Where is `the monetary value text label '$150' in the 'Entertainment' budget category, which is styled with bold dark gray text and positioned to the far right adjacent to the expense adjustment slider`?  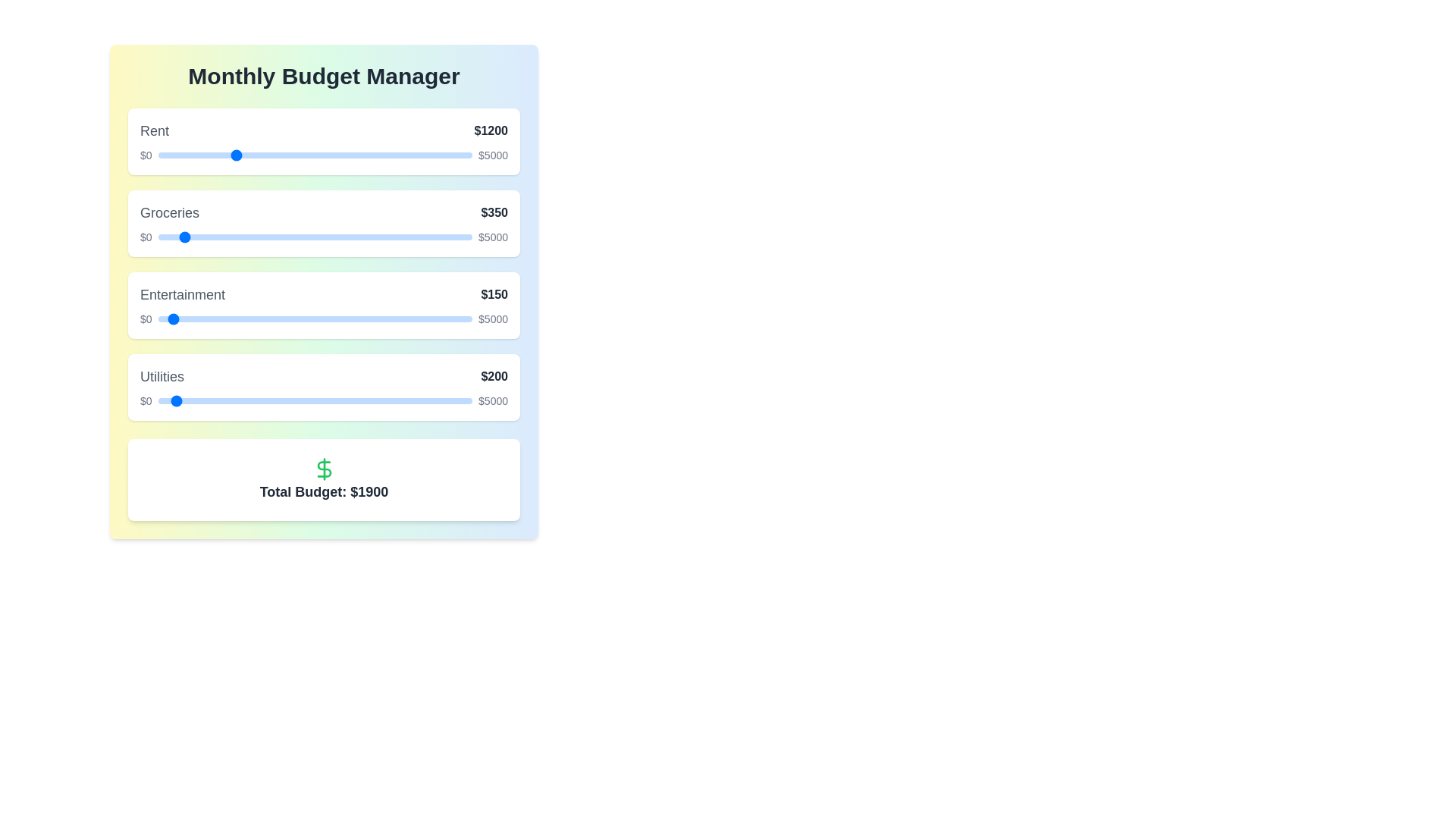 the monetary value text label '$150' in the 'Entertainment' budget category, which is styled with bold dark gray text and positioned to the far right adjacent to the expense adjustment slider is located at coordinates (494, 295).